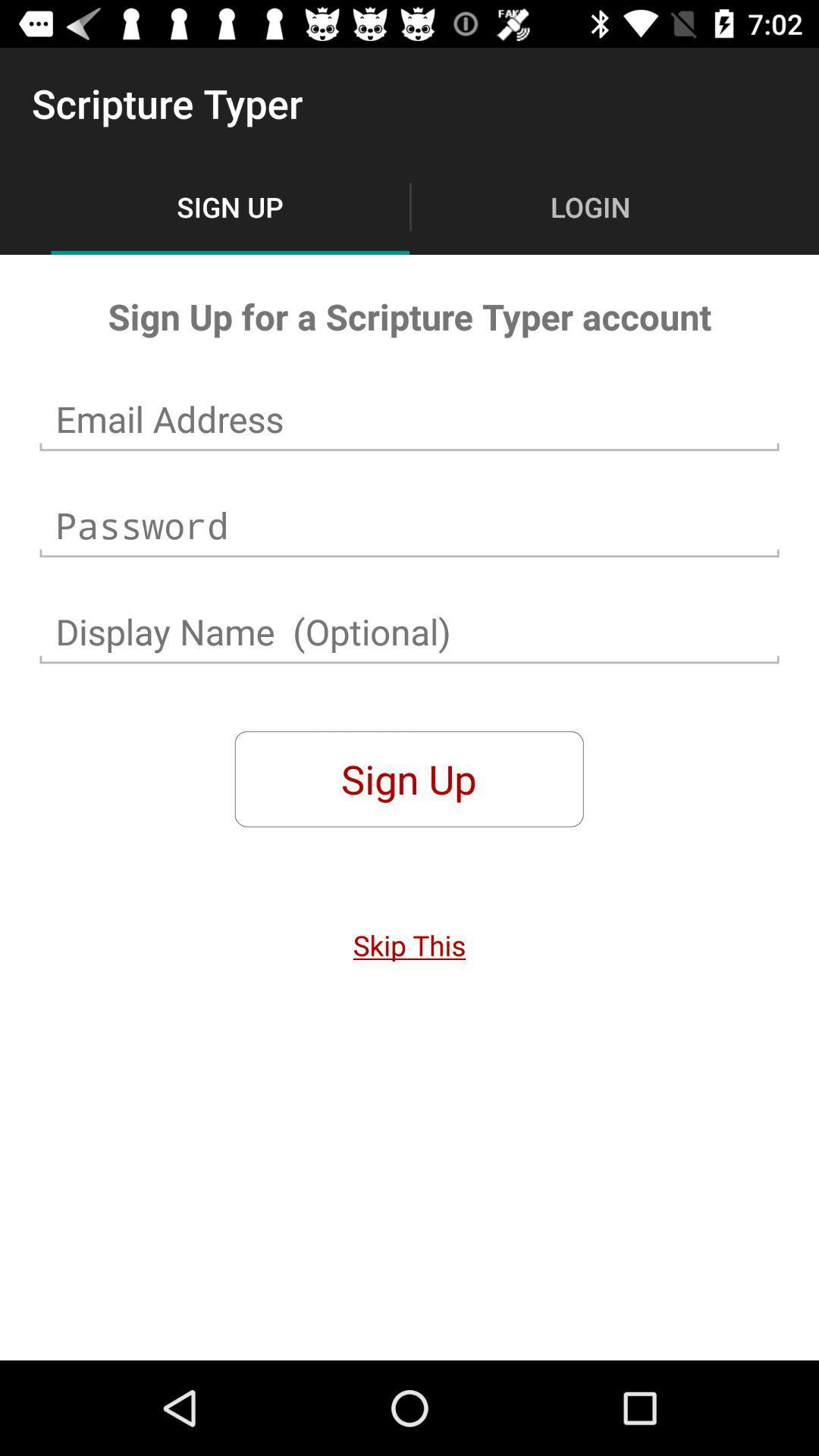 Image resolution: width=819 pixels, height=1456 pixels. Describe the element at coordinates (409, 526) in the screenshot. I see `customize password` at that location.